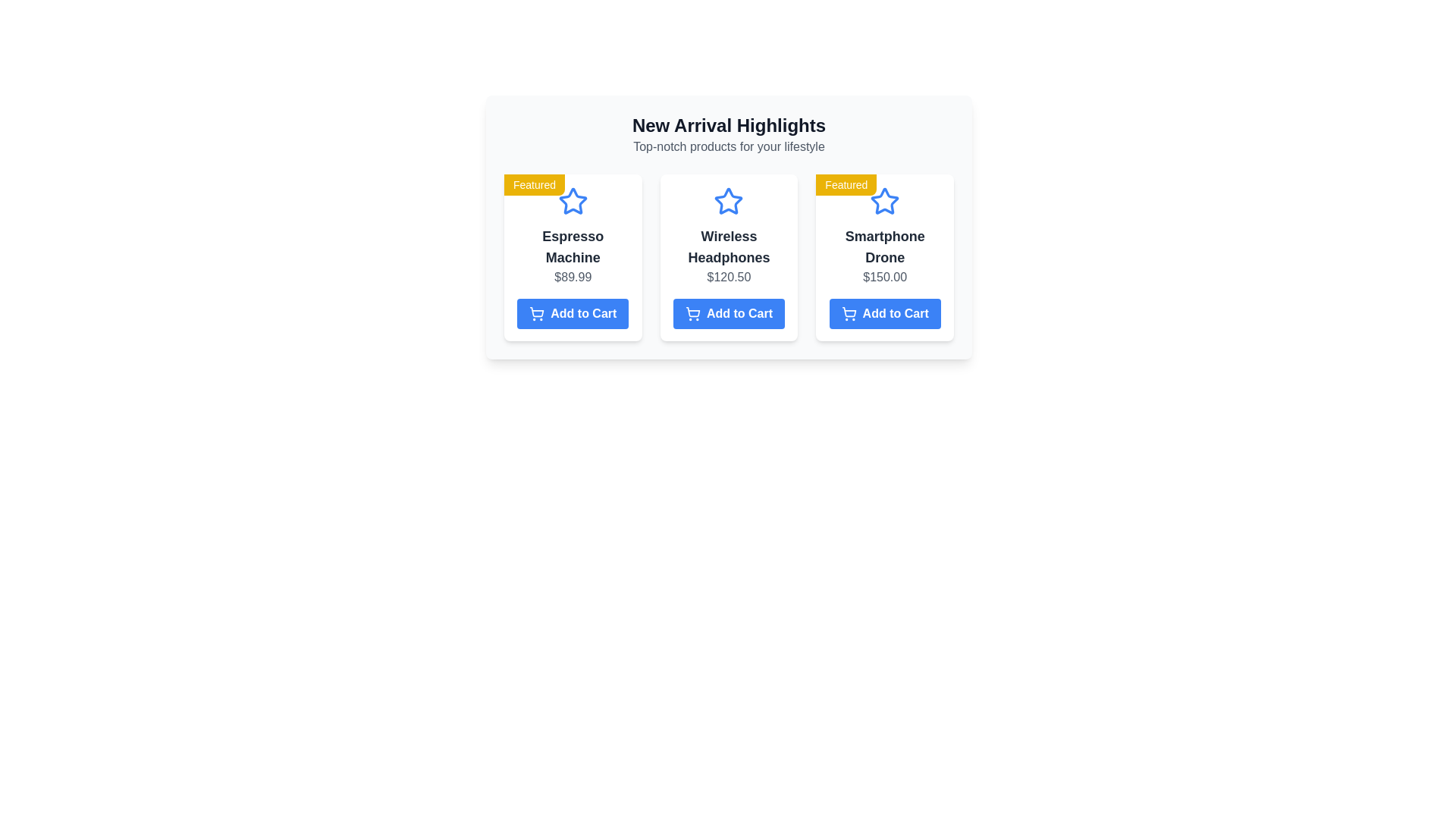  What do you see at coordinates (729, 256) in the screenshot?
I see `product title and price from the product card showcasing 'Wireless Headphones', which is the second card in a grid layout of three product cards` at bounding box center [729, 256].